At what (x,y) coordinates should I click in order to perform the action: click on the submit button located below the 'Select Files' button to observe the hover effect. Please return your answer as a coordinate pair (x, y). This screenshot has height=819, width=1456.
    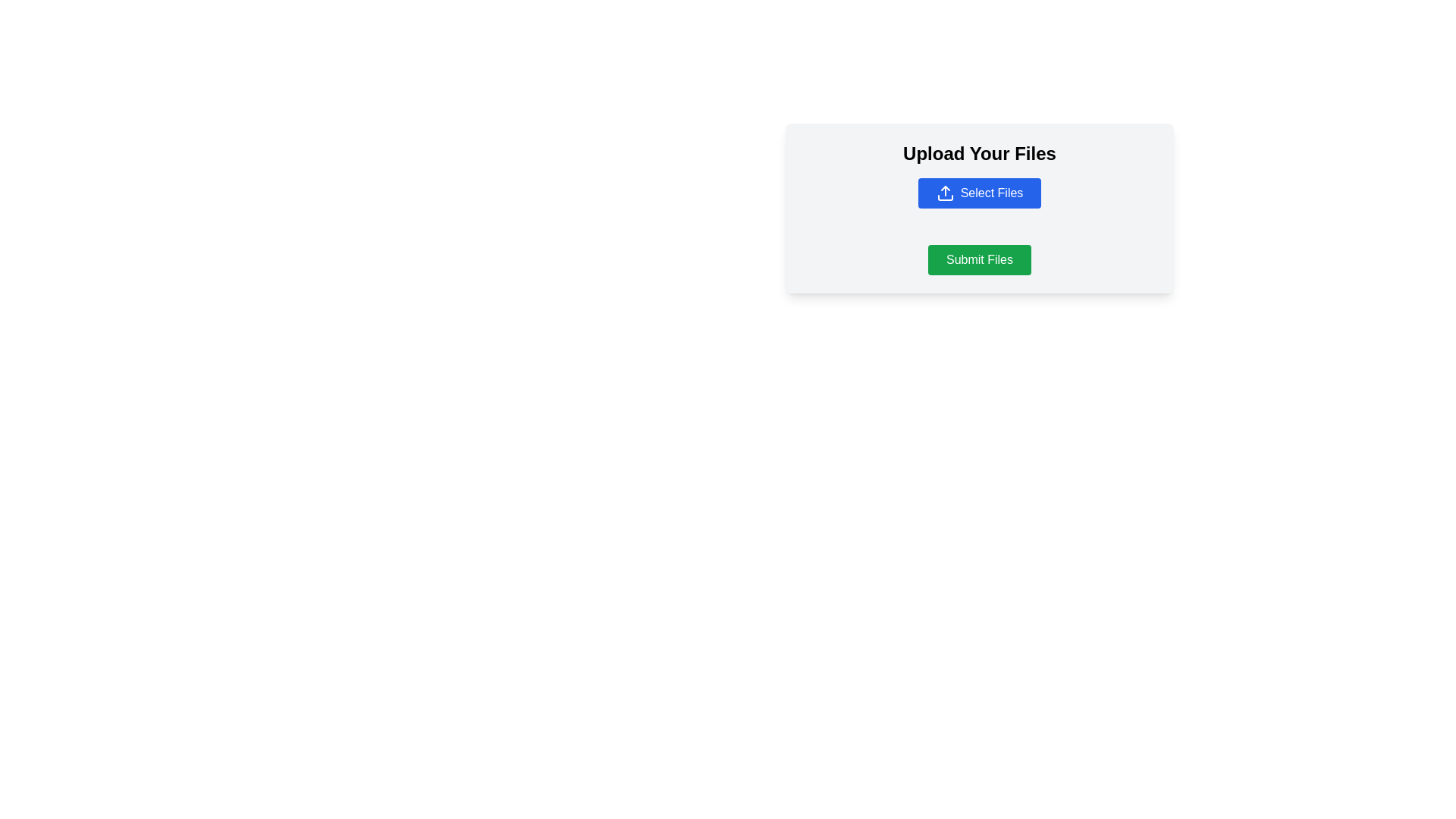
    Looking at the image, I should click on (979, 259).